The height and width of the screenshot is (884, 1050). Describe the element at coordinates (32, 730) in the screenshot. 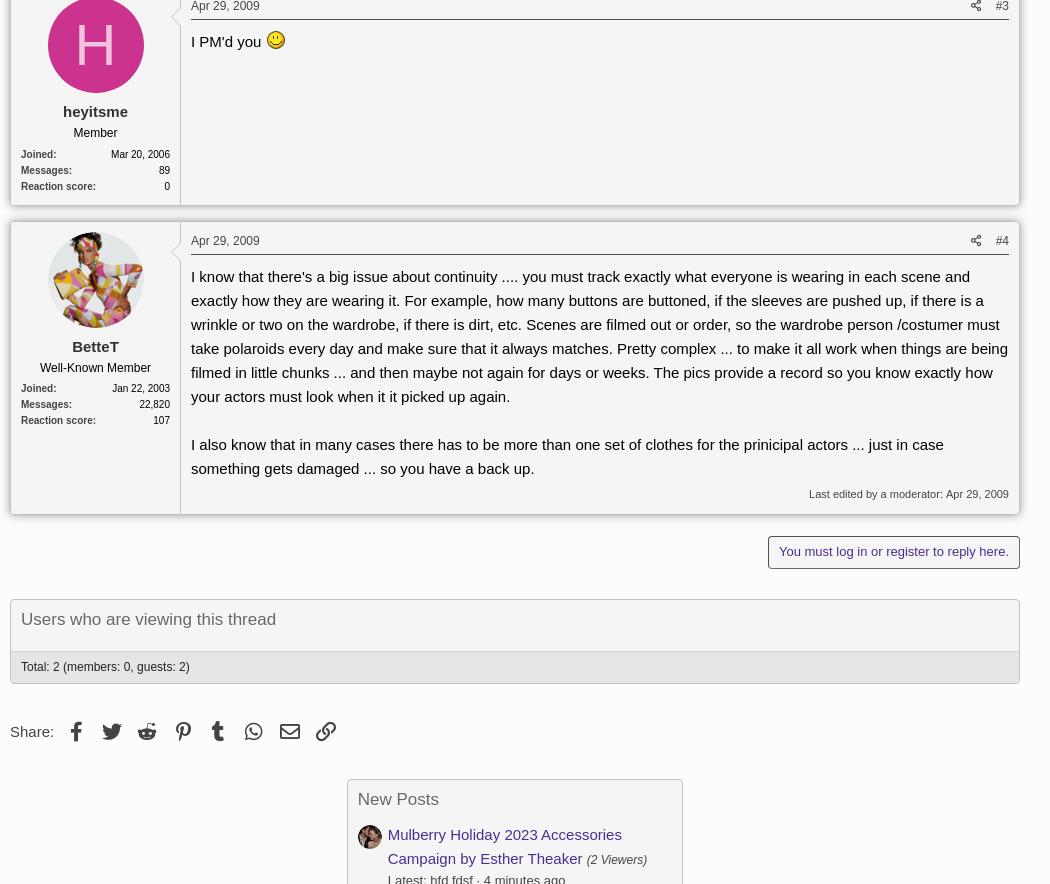

I see `'Share:'` at that location.